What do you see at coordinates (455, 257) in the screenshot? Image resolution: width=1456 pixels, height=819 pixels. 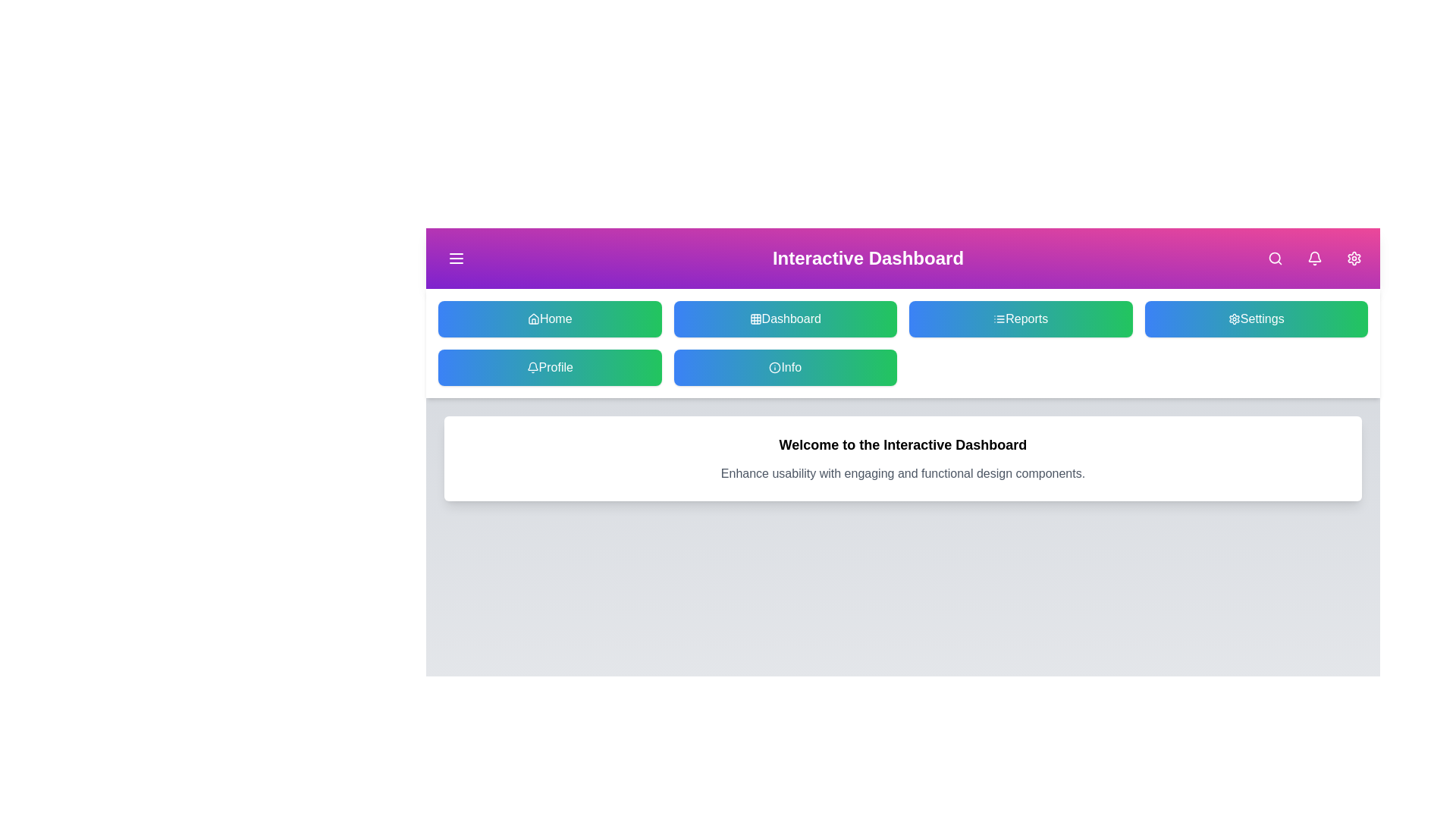 I see `the menu button to toggle the sidebar menu visibility` at bounding box center [455, 257].